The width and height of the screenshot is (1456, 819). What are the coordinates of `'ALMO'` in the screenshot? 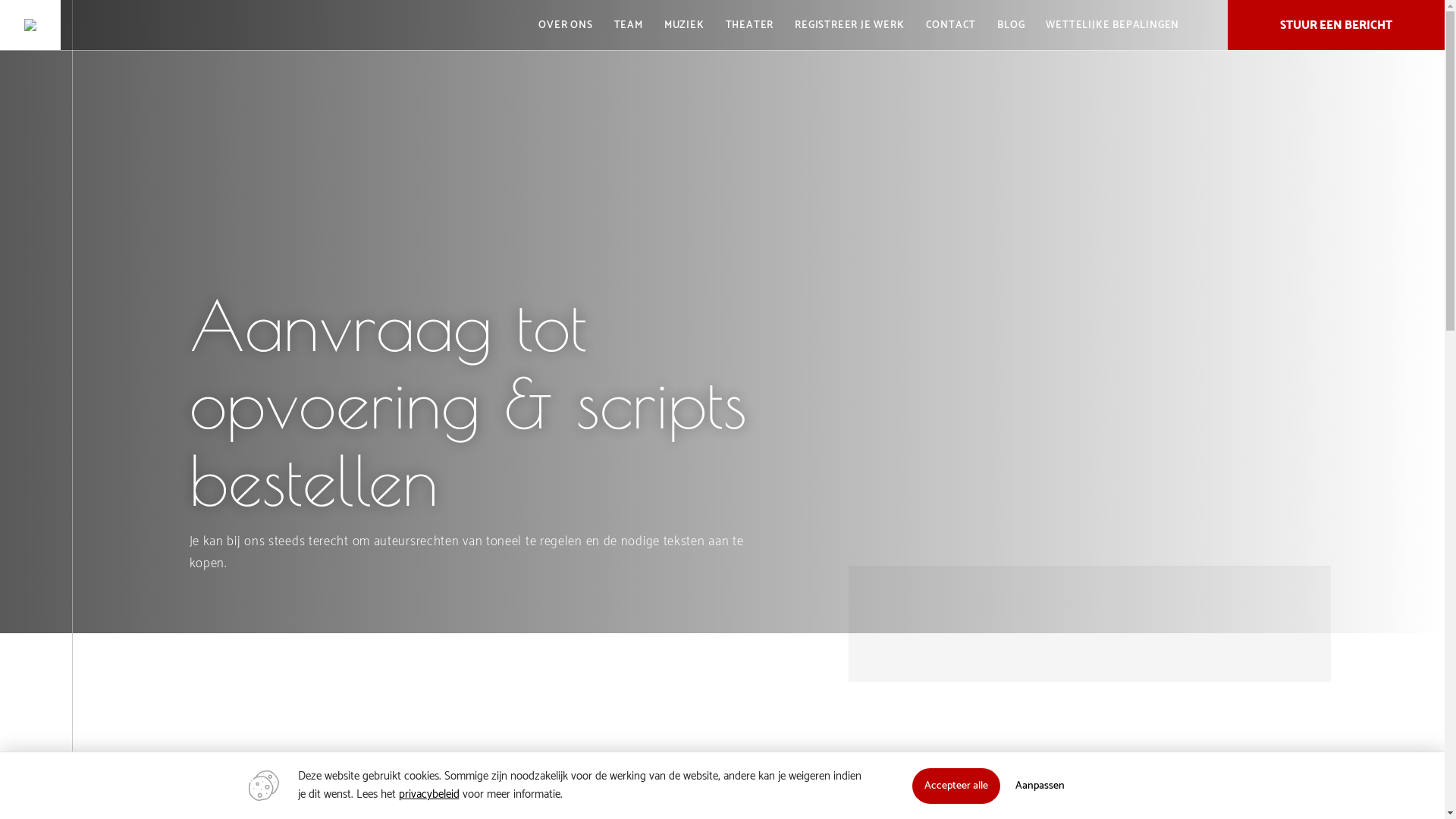 It's located at (30, 25).